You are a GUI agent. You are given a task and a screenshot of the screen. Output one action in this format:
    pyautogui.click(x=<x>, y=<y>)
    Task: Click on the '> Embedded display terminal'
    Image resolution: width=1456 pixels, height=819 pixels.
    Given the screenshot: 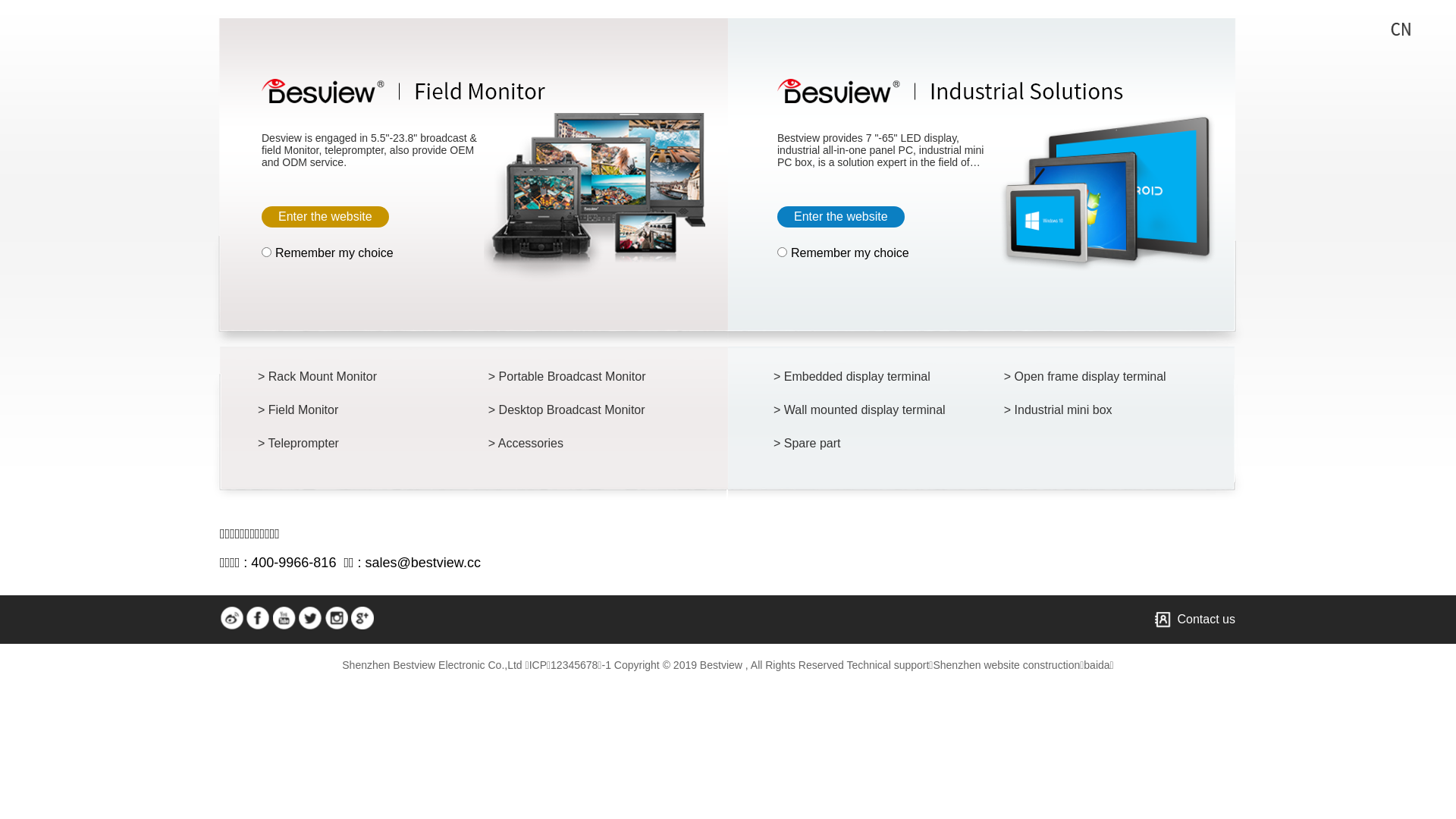 What is the action you would take?
    pyautogui.click(x=863, y=376)
    